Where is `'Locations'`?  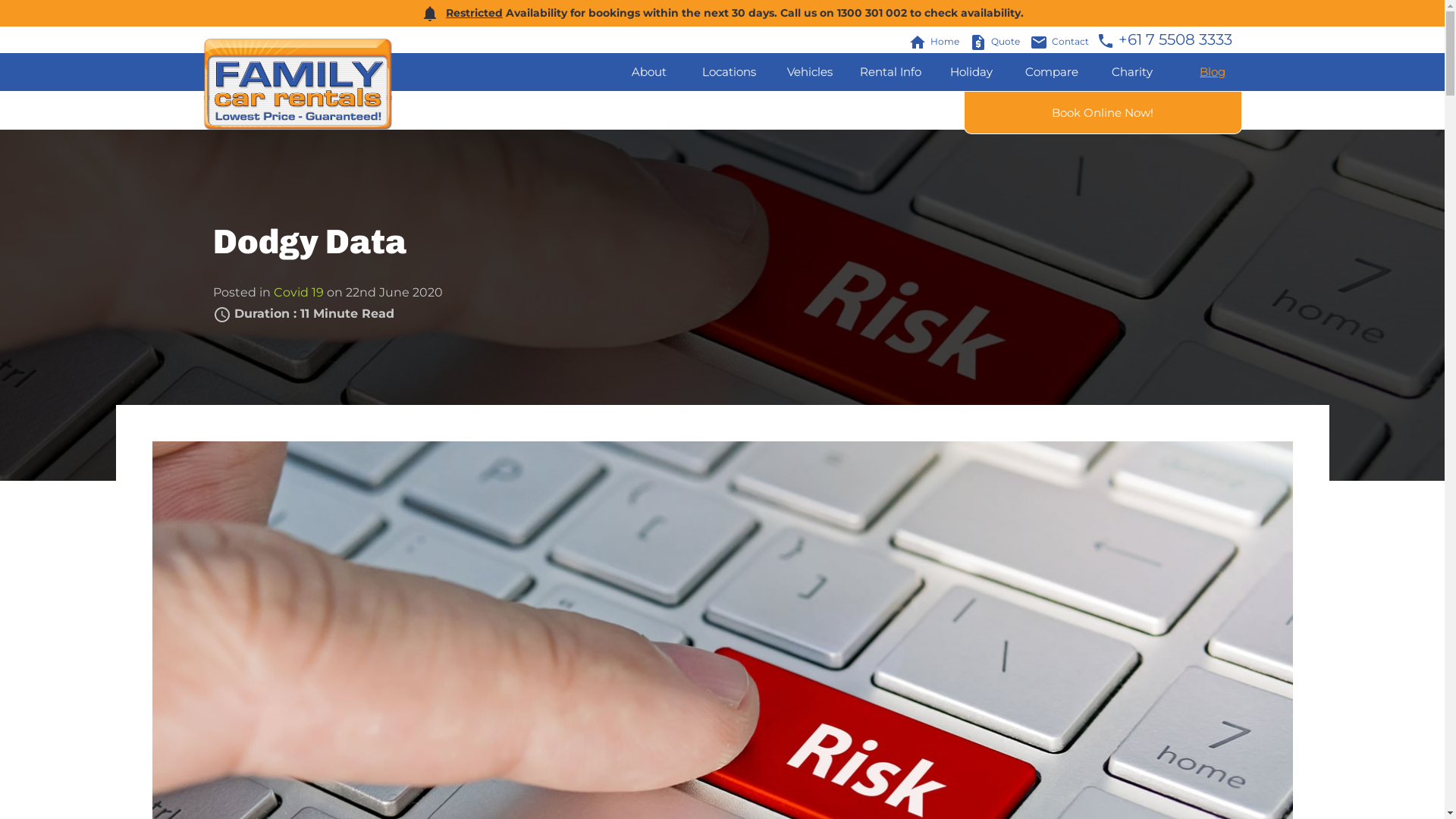 'Locations' is located at coordinates (729, 72).